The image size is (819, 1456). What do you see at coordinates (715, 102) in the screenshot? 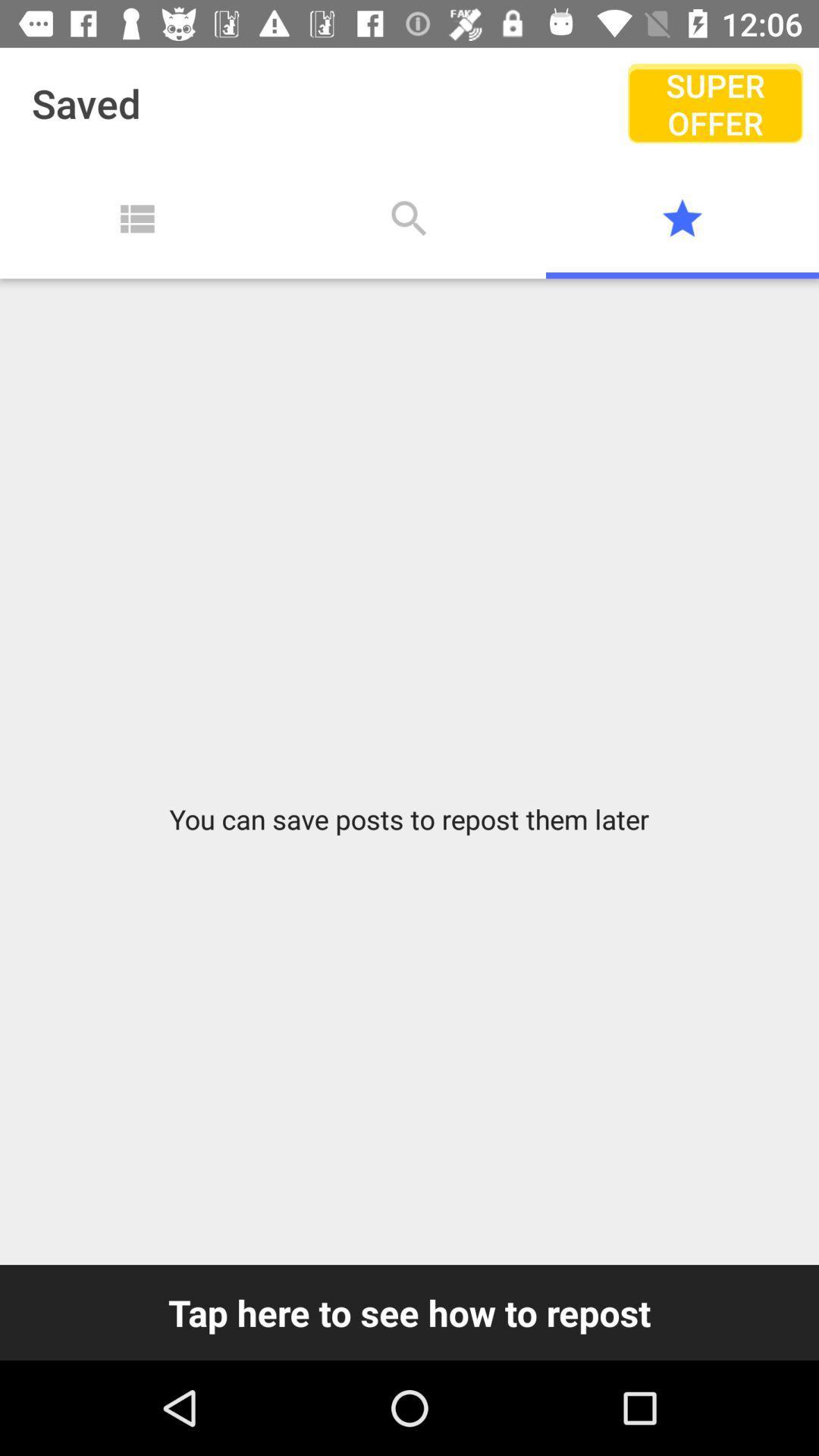
I see `icon next to saved` at bounding box center [715, 102].